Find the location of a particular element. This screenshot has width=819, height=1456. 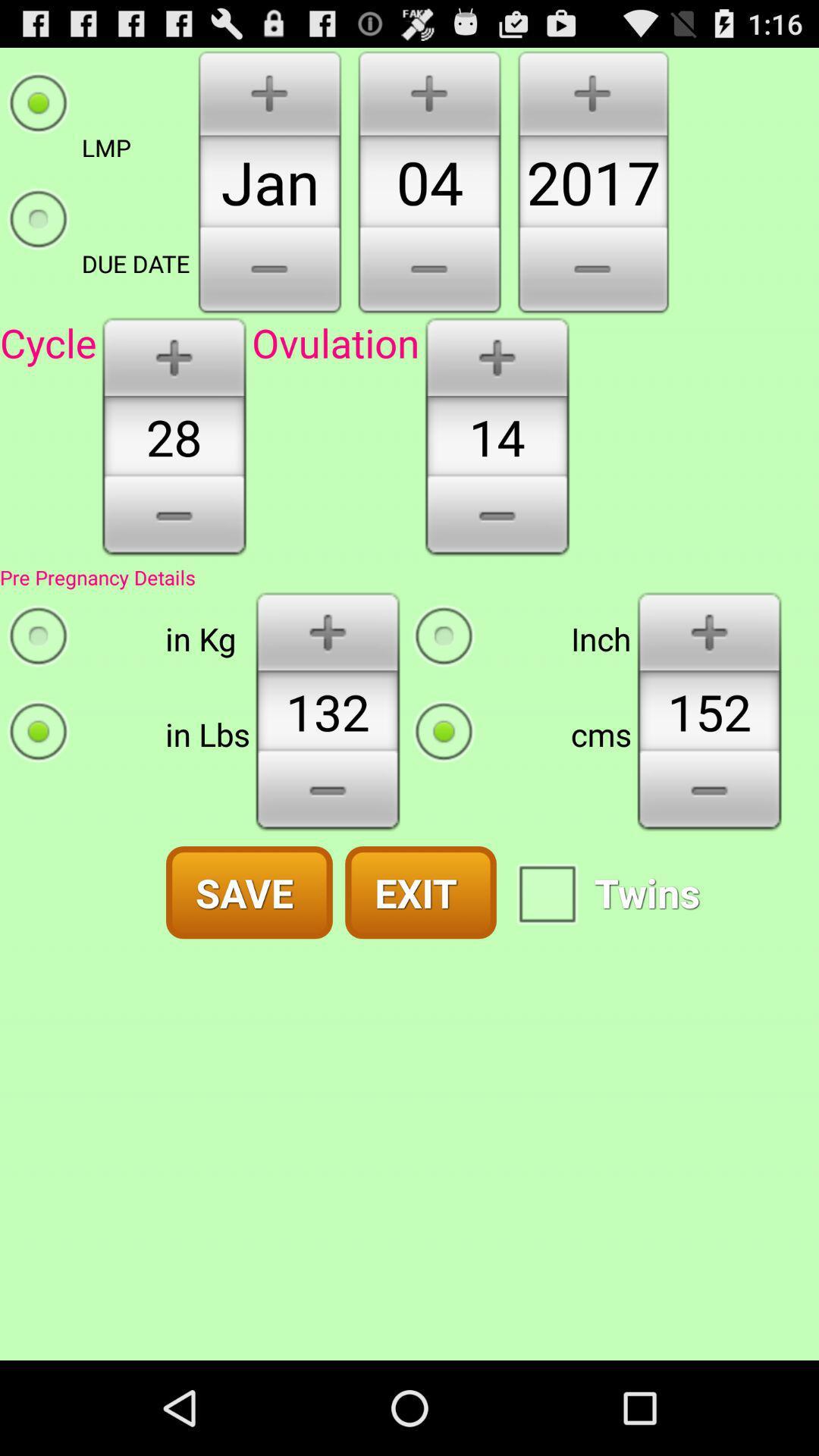

increase is located at coordinates (709, 630).